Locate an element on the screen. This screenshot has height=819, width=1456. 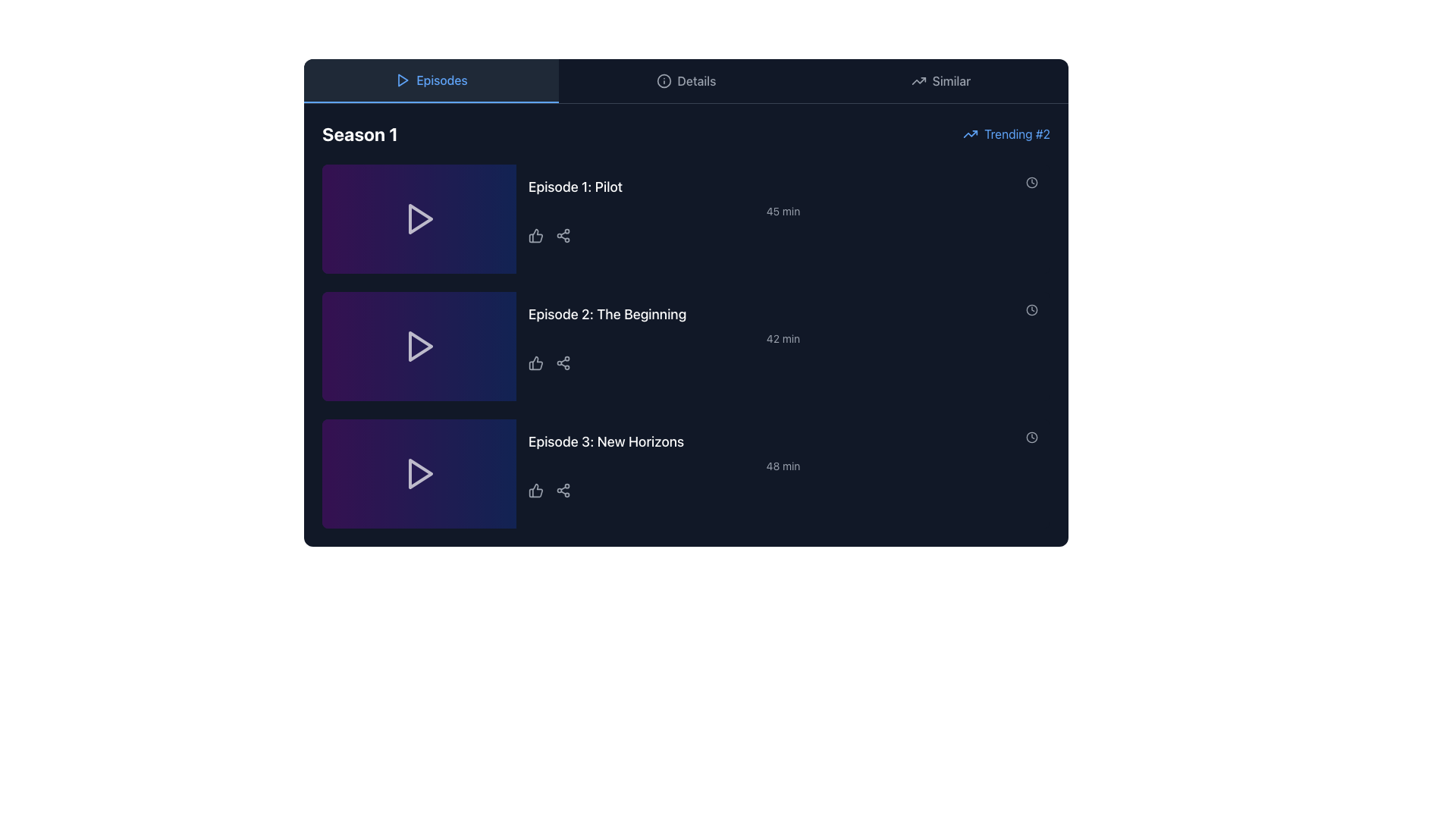
the text label reading 'Episode 3: New Horizons', which is displayed in a medium-sized white font and is prominently placed against a dark background, located to the right of the thumbnail image for the respective episode is located at coordinates (605, 441).